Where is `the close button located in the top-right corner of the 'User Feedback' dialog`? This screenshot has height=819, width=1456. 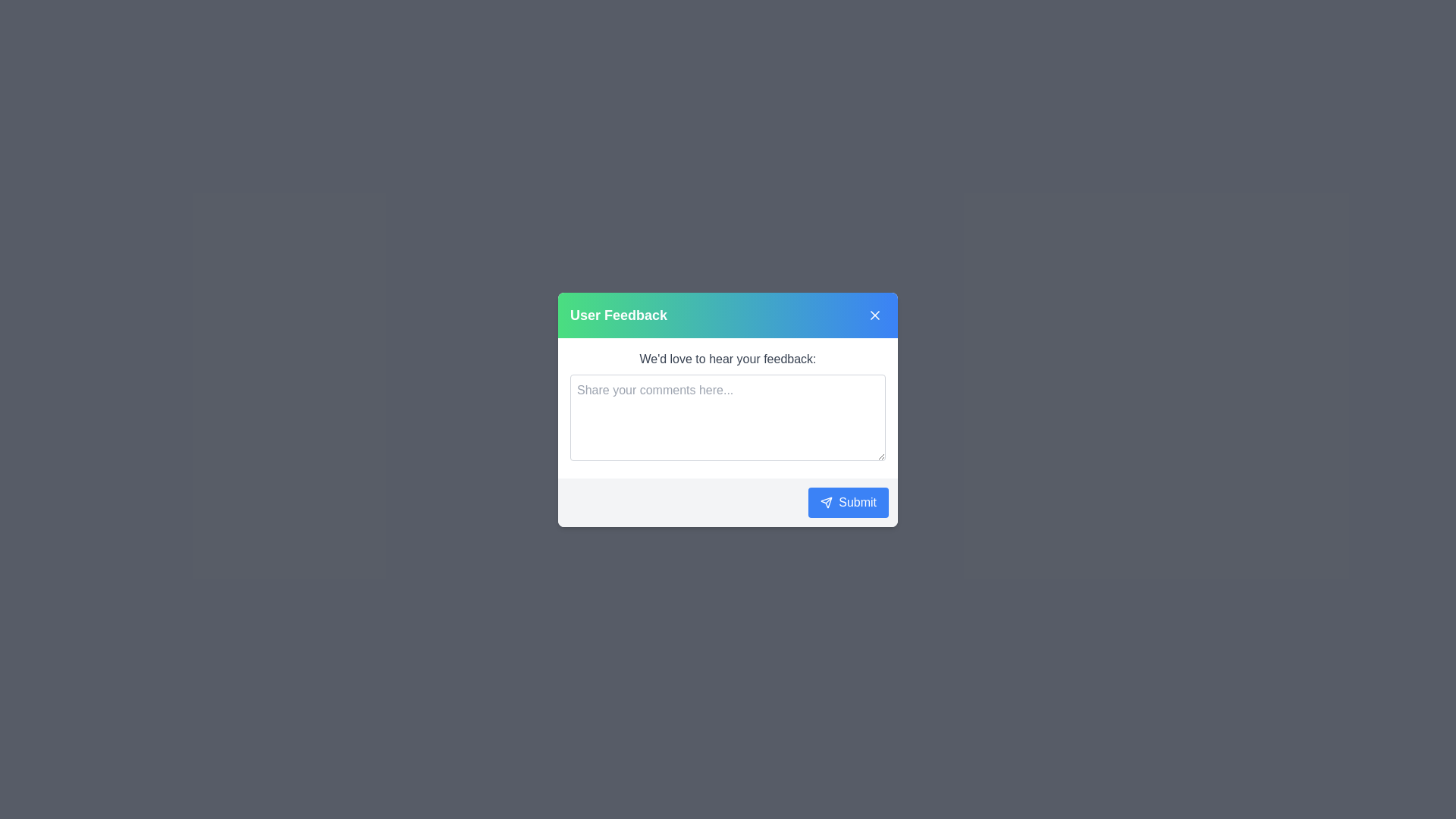 the close button located in the top-right corner of the 'User Feedback' dialog is located at coordinates (874, 314).